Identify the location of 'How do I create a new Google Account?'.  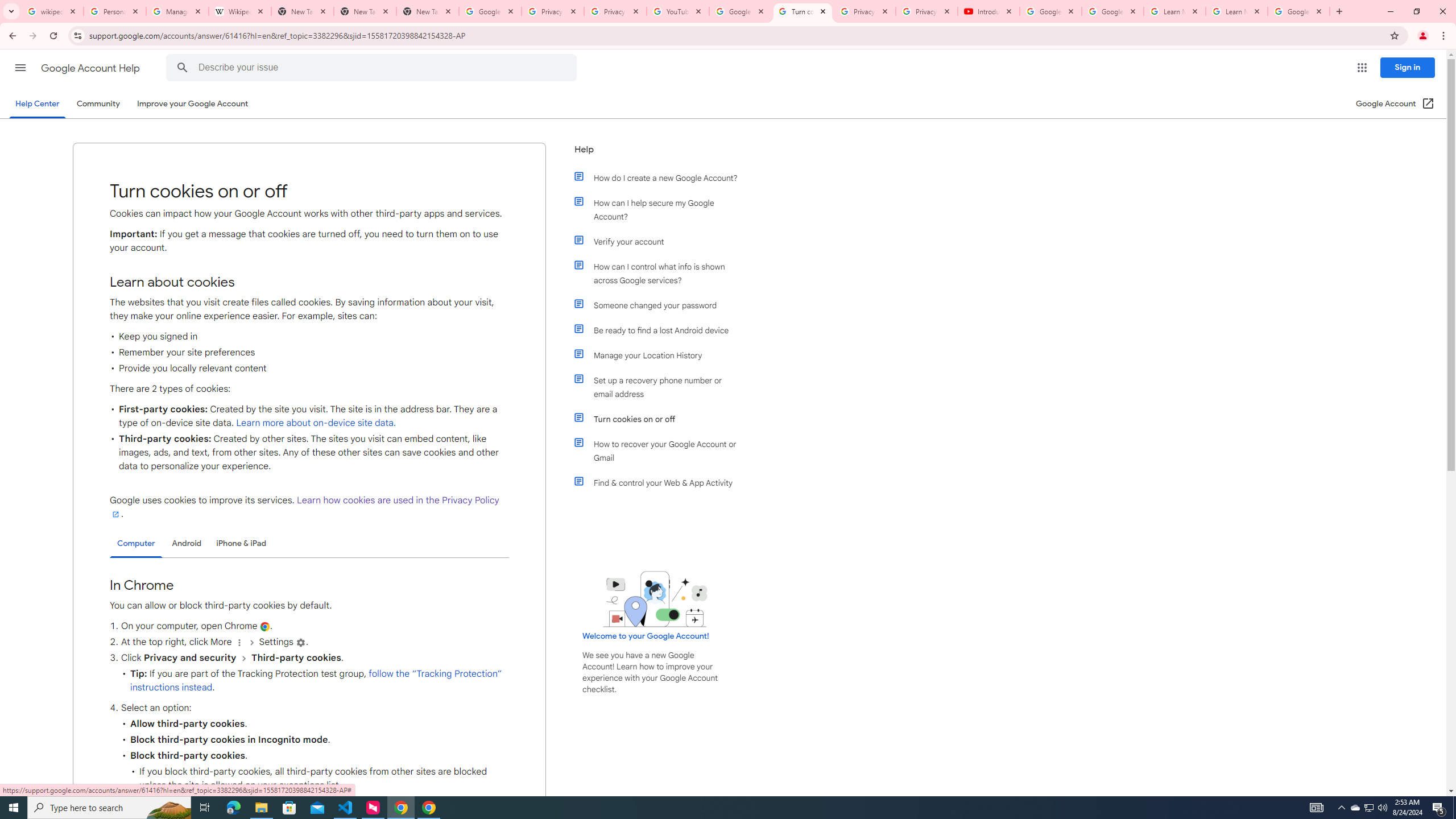
(661, 178).